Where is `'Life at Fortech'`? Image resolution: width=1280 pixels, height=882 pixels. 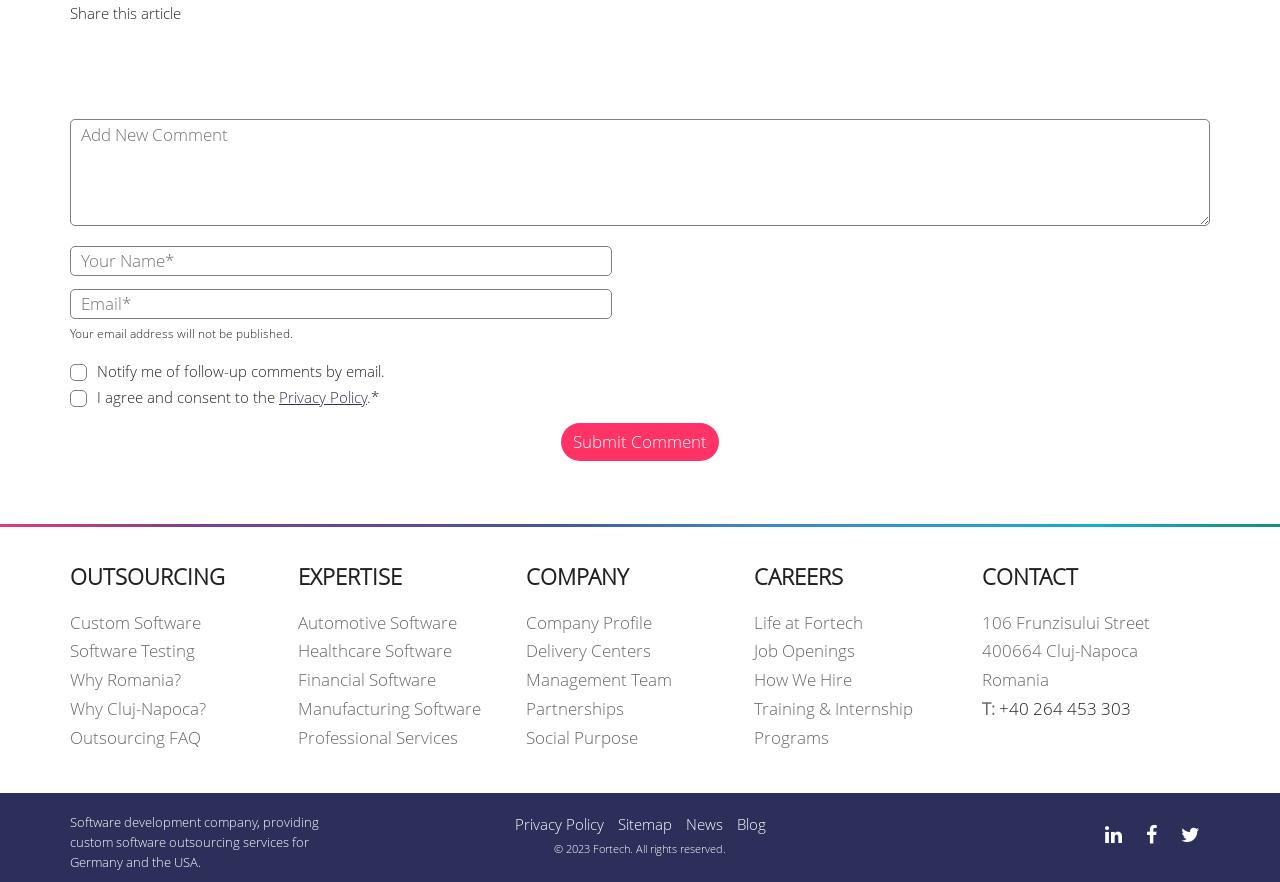 'Life at Fortech' is located at coordinates (753, 620).